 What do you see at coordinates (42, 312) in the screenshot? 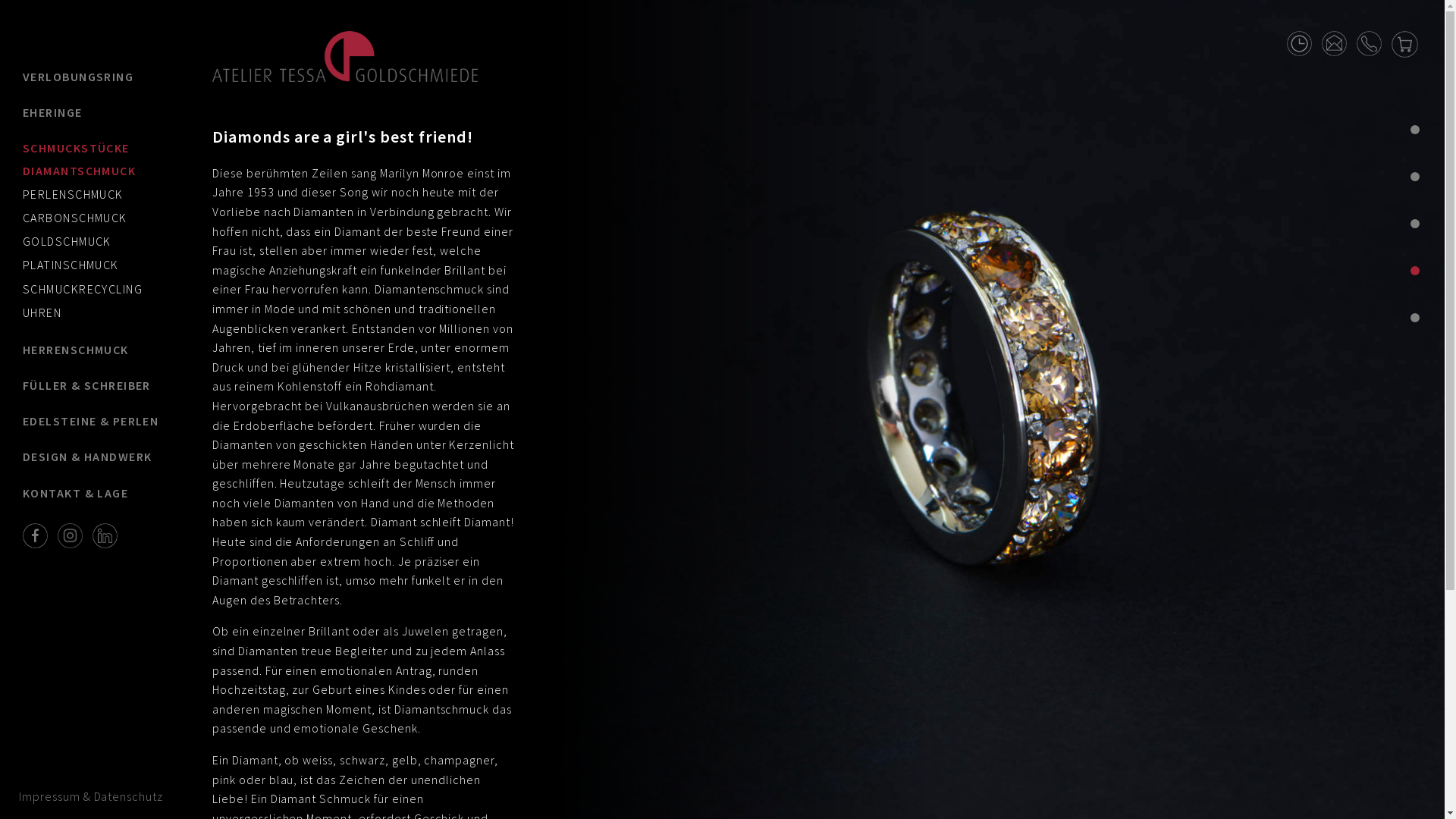
I see `'UHREN'` at bounding box center [42, 312].